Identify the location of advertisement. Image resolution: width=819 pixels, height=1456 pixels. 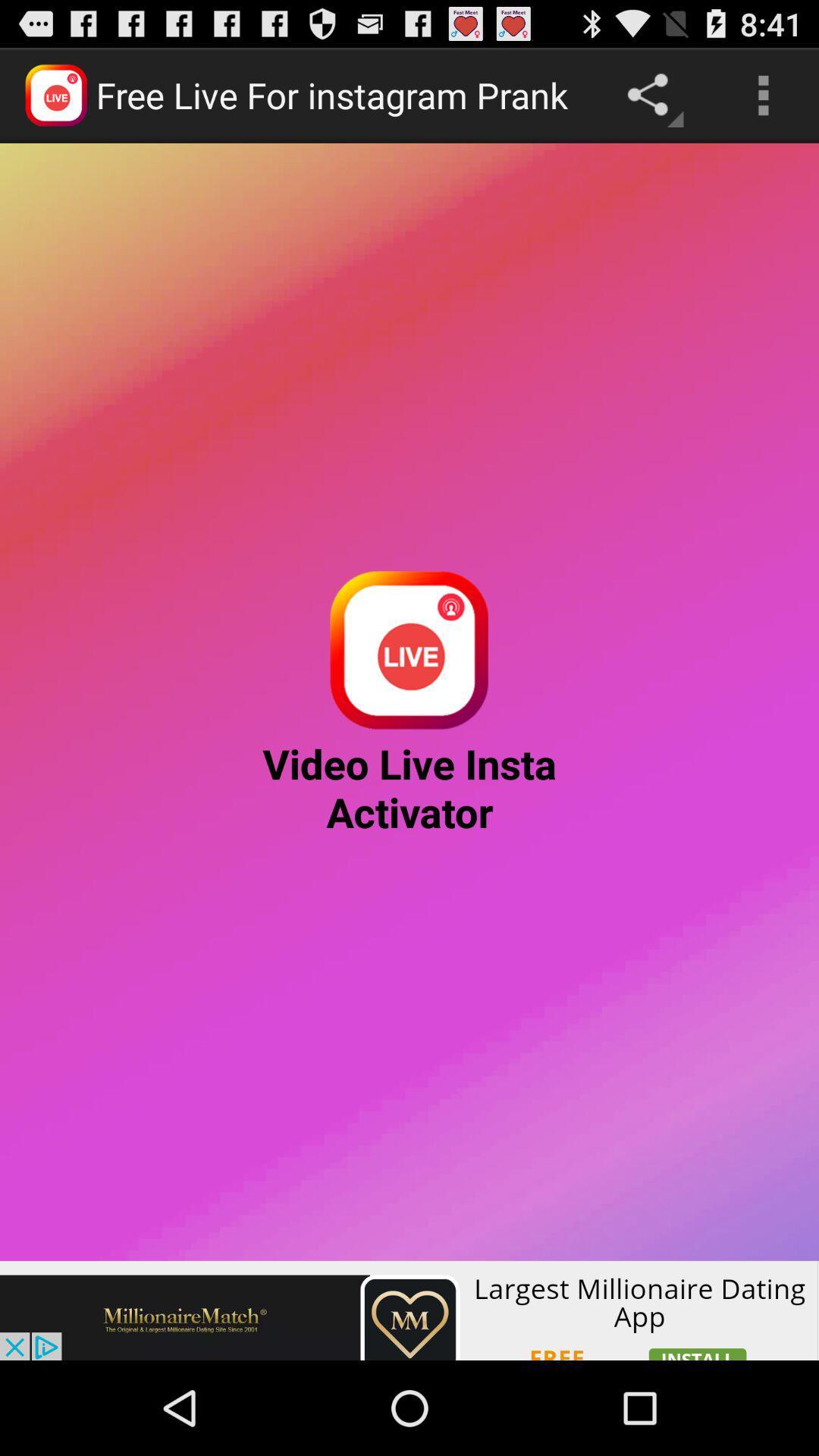
(409, 1310).